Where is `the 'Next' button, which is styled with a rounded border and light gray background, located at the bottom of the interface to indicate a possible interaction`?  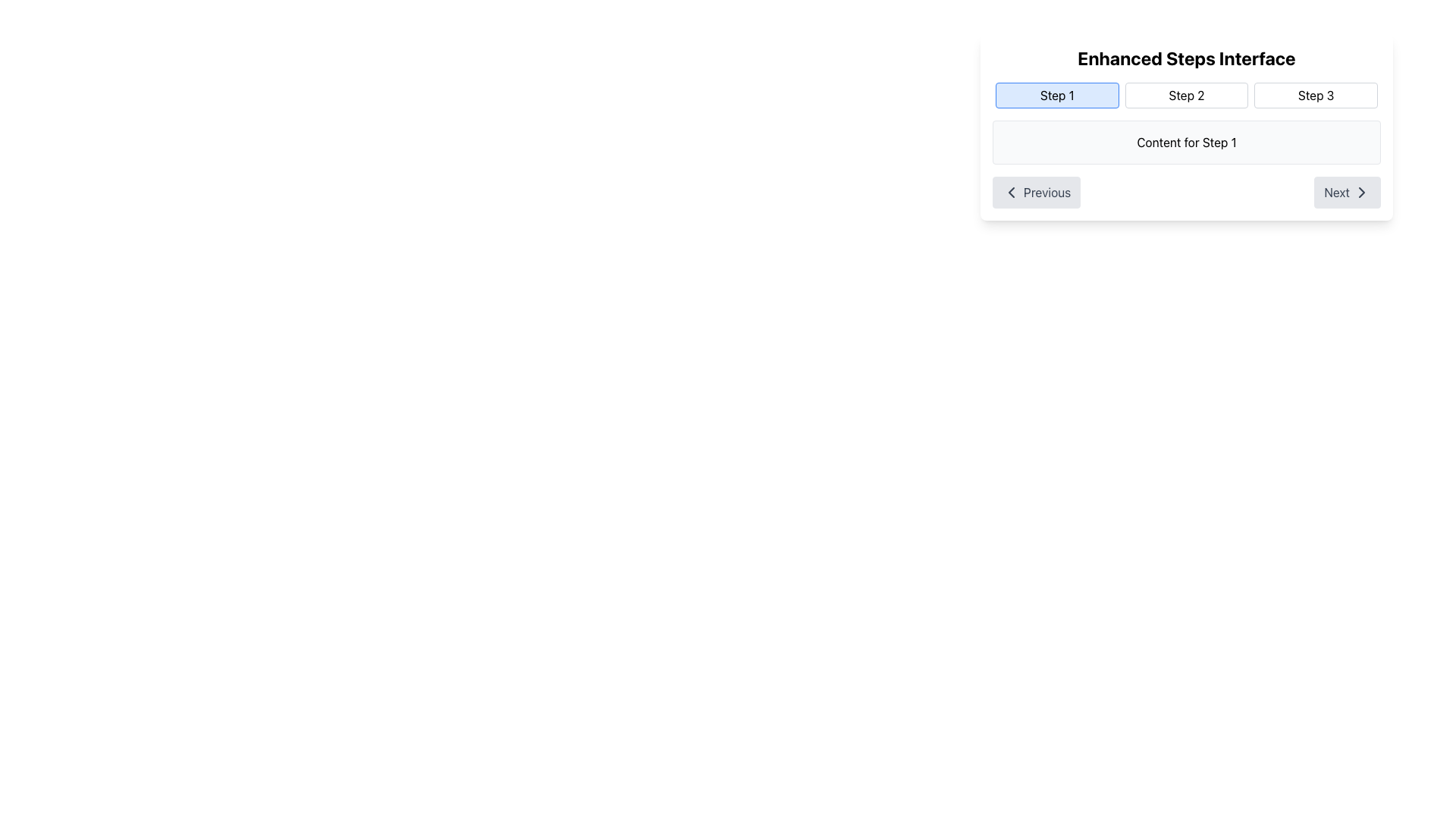
the 'Next' button, which is styled with a rounded border and light gray background, located at the bottom of the interface to indicate a possible interaction is located at coordinates (1348, 192).